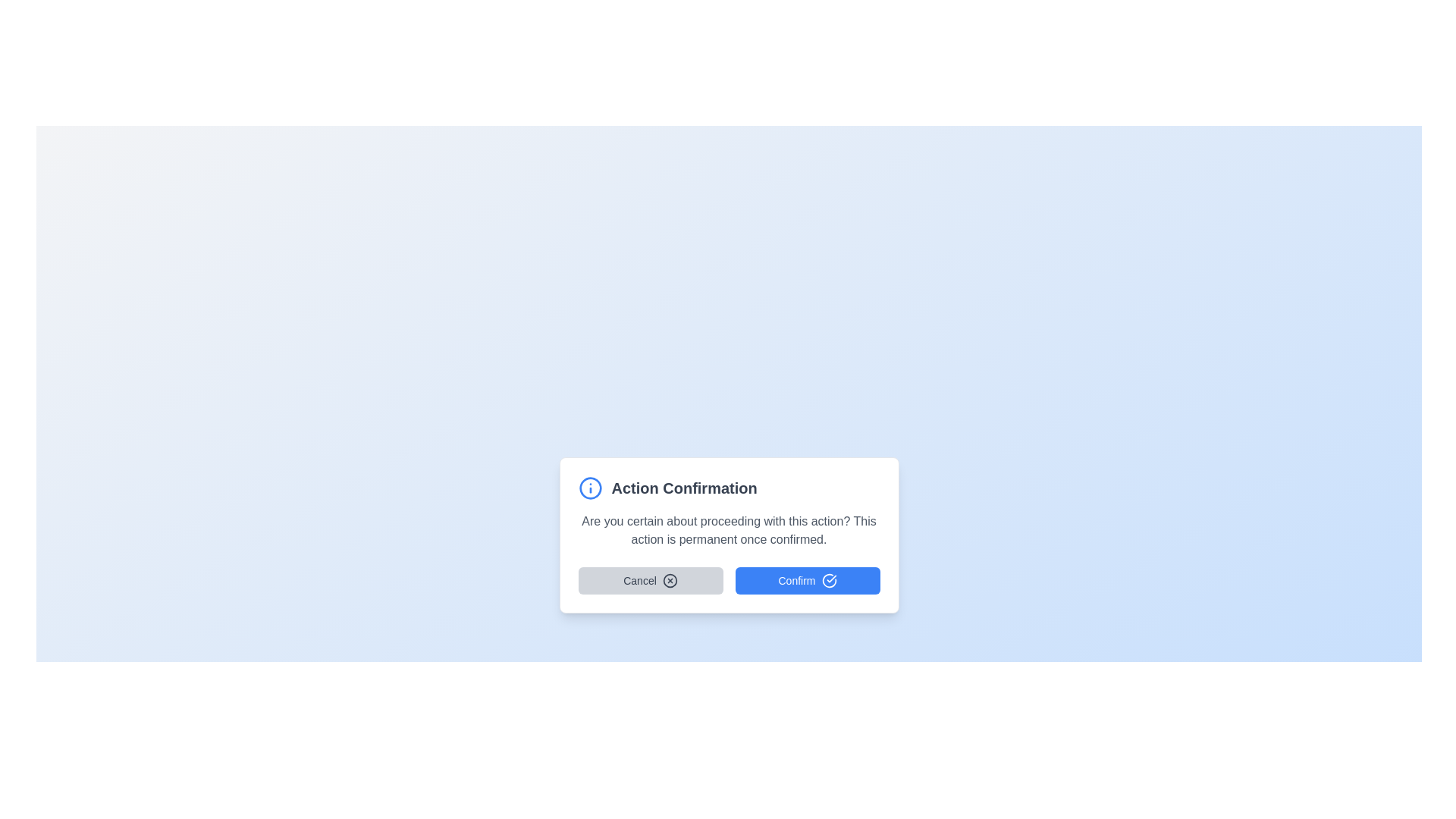  What do you see at coordinates (828, 580) in the screenshot?
I see `the circular checkmark icon located to the immediate right of the 'Confirm' button` at bounding box center [828, 580].